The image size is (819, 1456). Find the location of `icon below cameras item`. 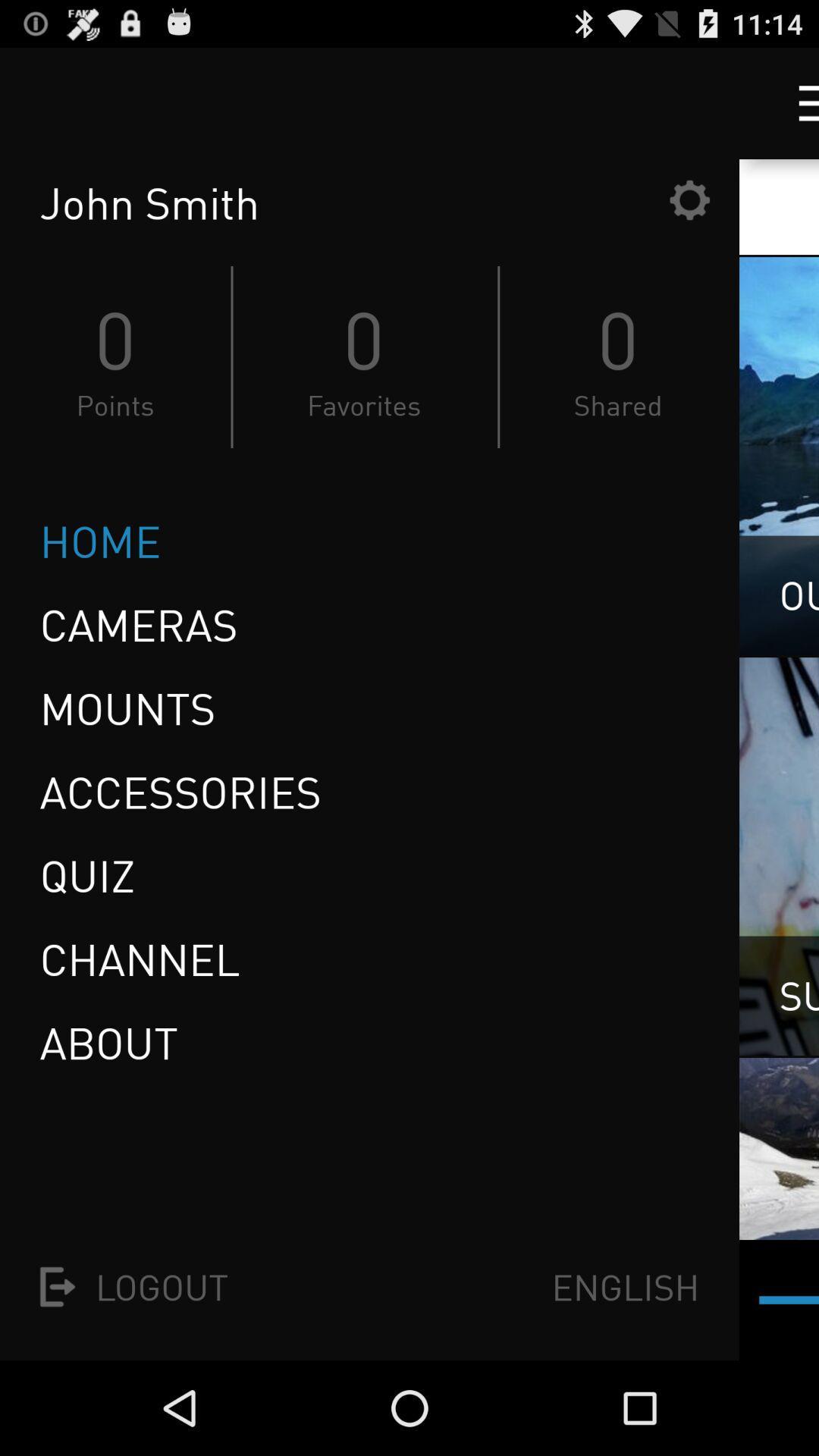

icon below cameras item is located at coordinates (127, 708).